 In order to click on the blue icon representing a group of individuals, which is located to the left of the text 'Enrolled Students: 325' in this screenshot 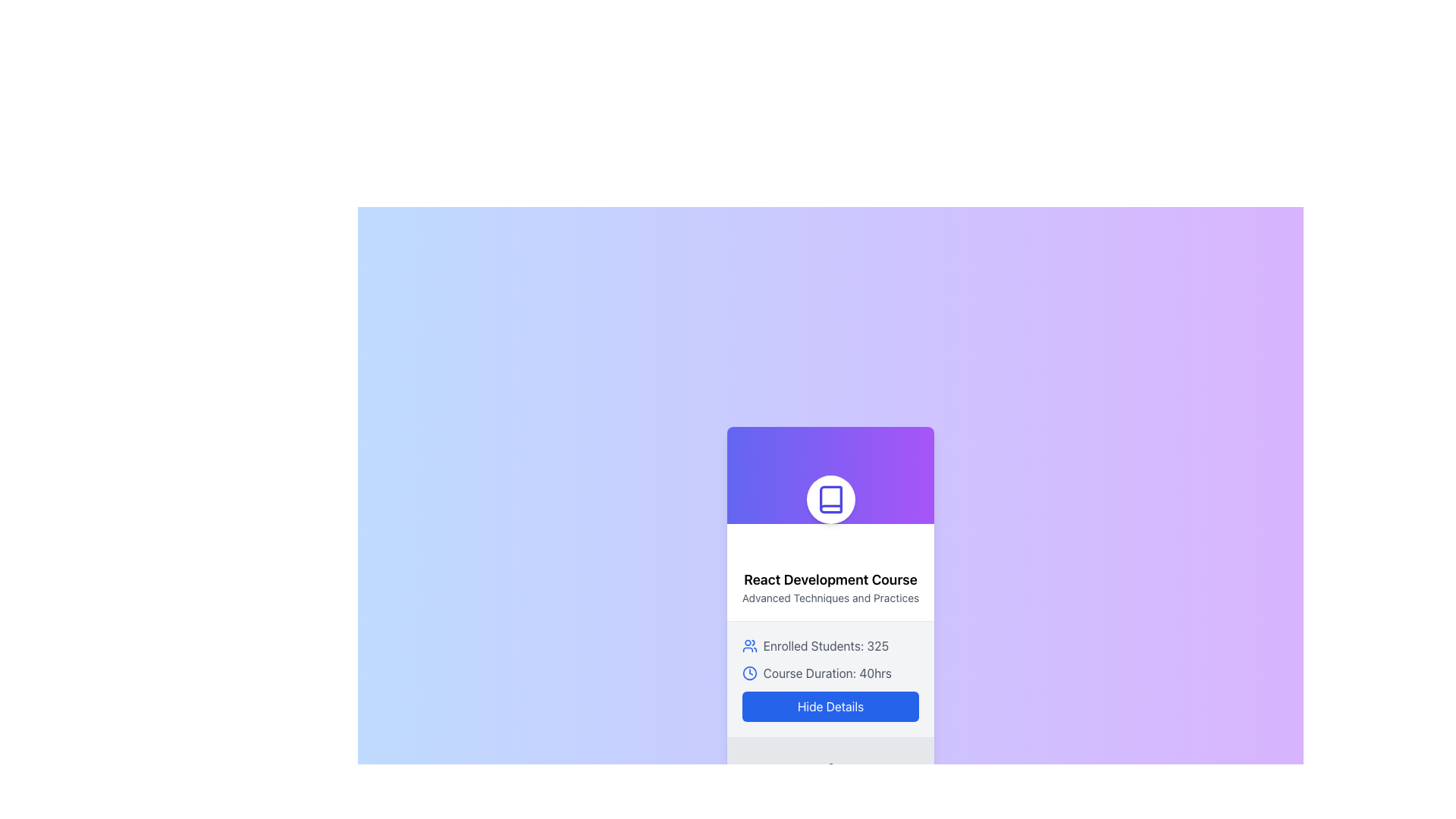, I will do `click(749, 646)`.